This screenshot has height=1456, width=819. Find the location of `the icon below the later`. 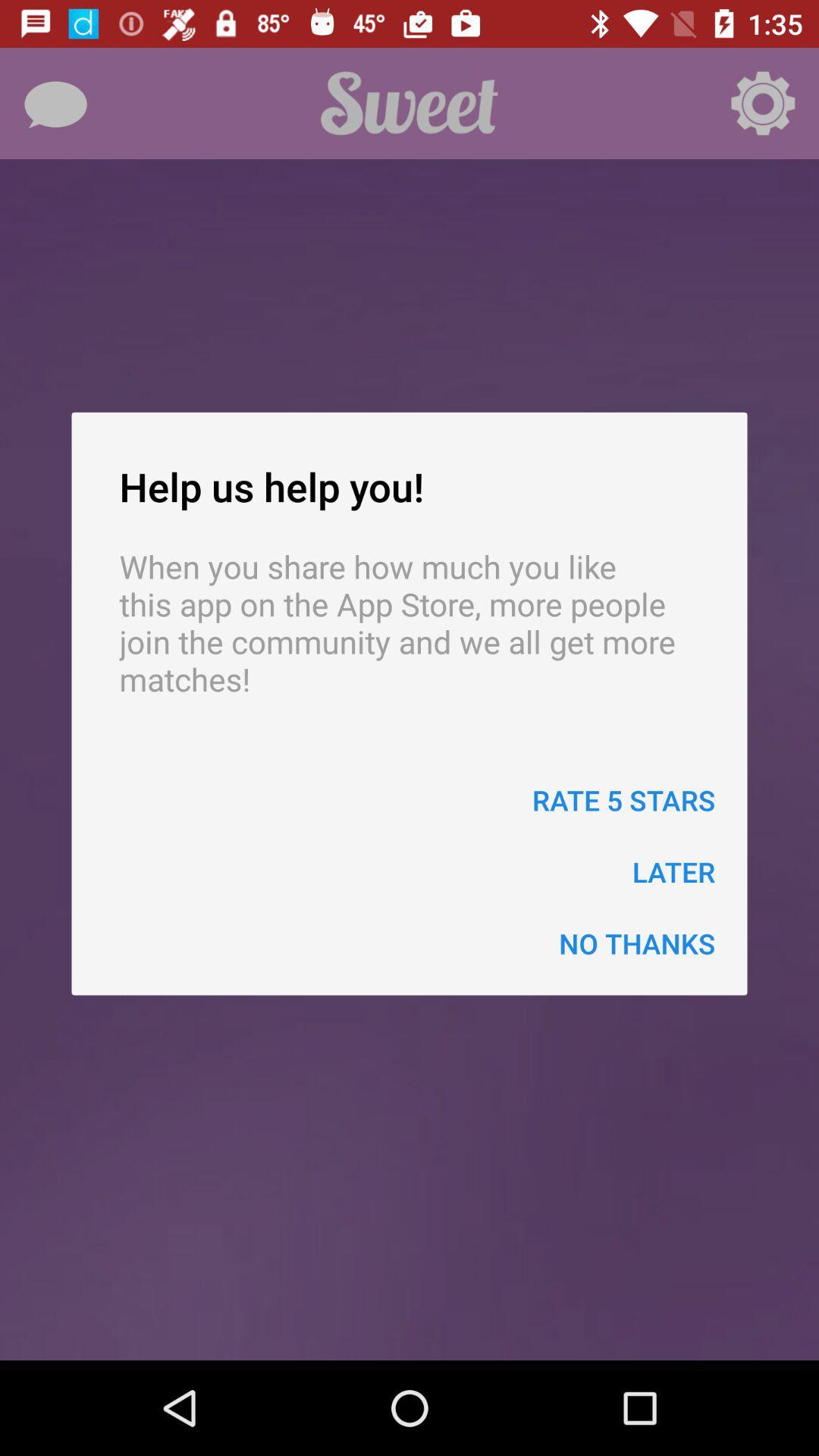

the icon below the later is located at coordinates (637, 943).